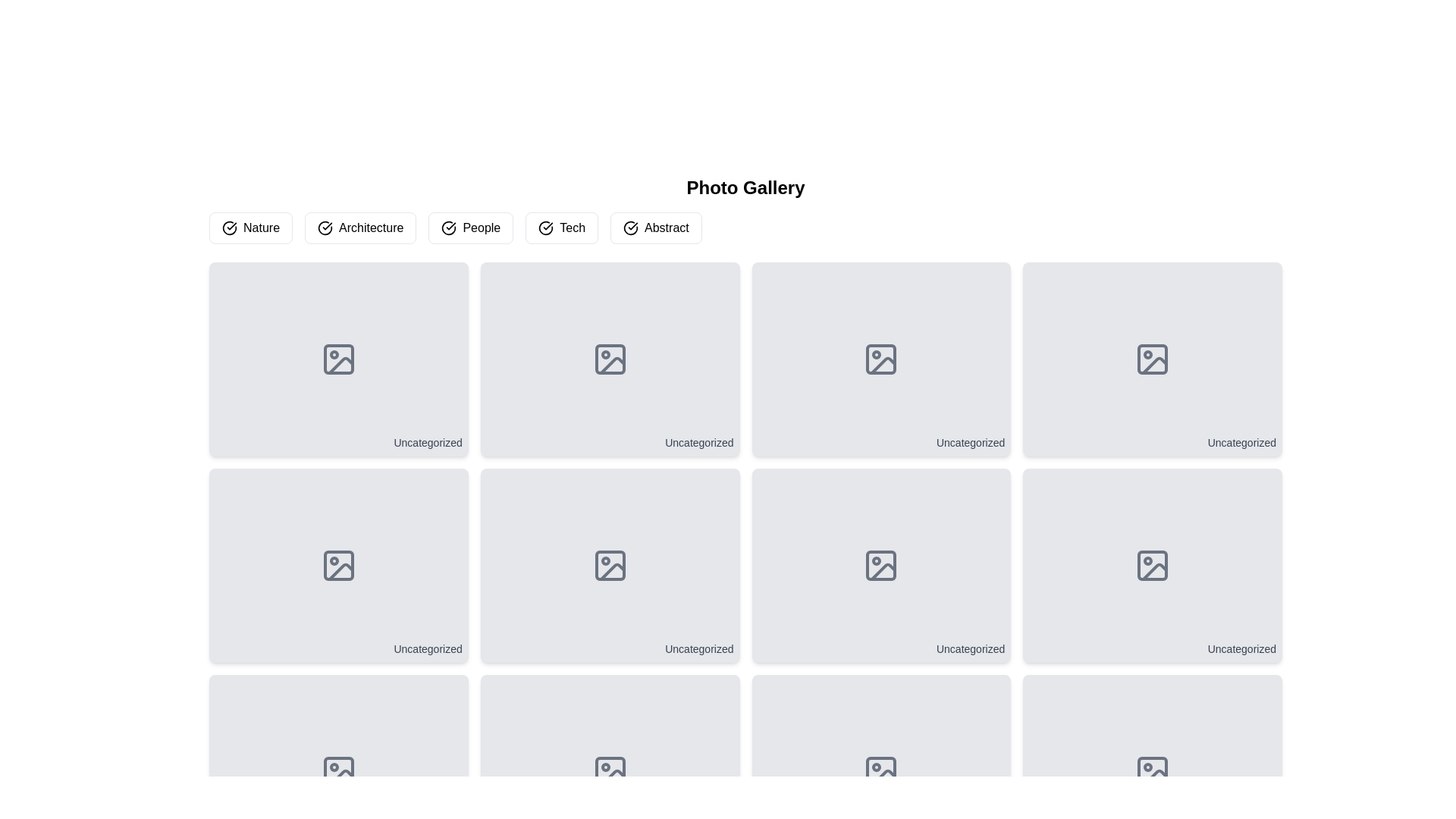  What do you see at coordinates (610, 359) in the screenshot?
I see `the Decorative SVG rectangle that is part of the picture-like icon located in the top row, second column of a grid layout` at bounding box center [610, 359].